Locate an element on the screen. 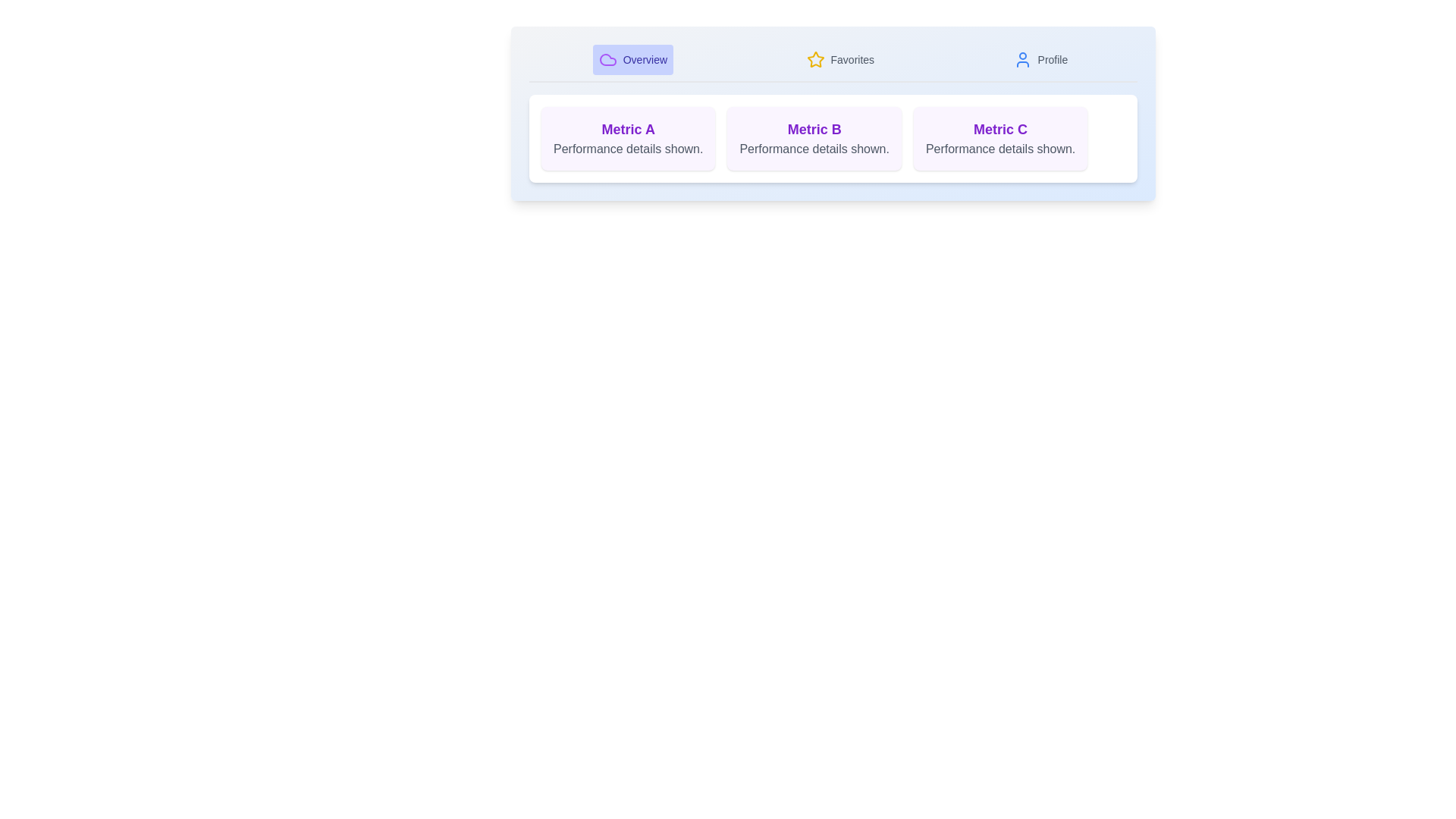  the tab labeled Overview by clicking on its corresponding label is located at coordinates (632, 58).